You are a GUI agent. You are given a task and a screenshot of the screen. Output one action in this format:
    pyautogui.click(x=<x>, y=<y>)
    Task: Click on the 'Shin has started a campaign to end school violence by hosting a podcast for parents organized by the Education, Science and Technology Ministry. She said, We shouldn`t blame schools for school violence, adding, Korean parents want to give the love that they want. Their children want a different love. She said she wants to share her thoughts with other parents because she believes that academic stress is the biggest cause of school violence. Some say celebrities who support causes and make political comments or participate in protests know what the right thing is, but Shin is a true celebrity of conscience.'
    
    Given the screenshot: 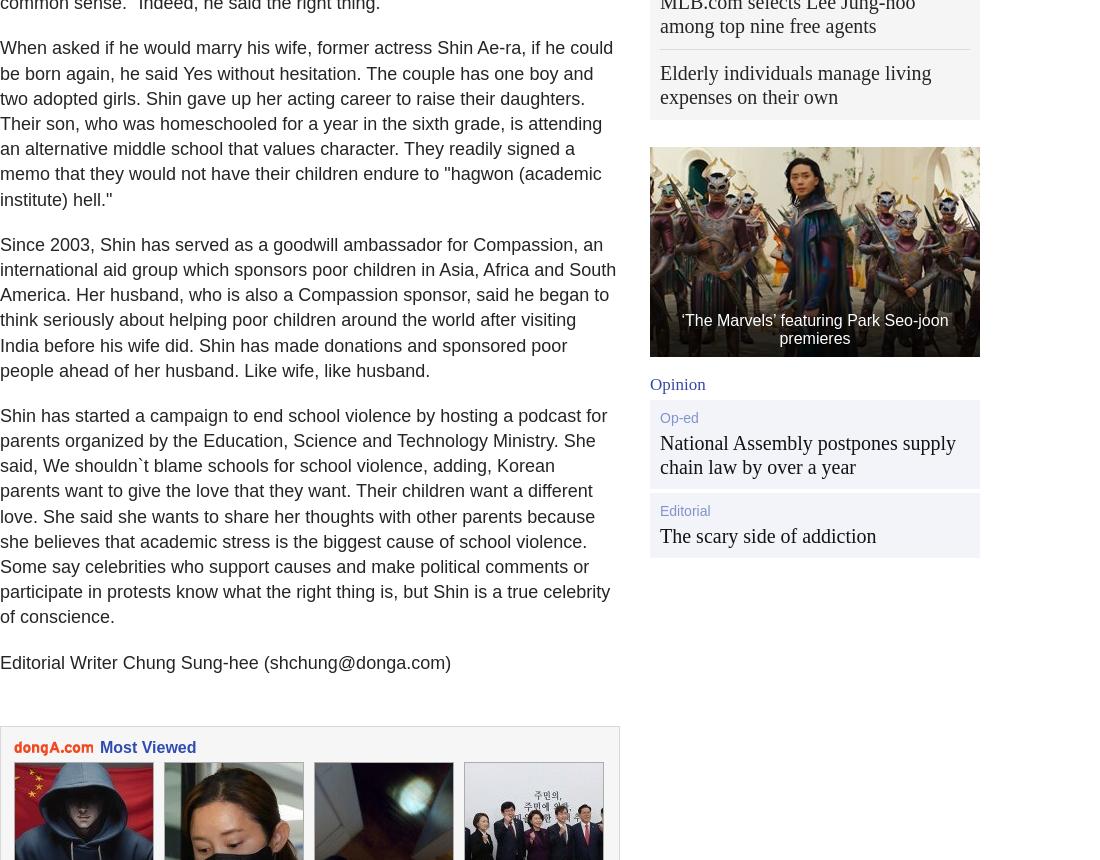 What is the action you would take?
    pyautogui.click(x=304, y=515)
    